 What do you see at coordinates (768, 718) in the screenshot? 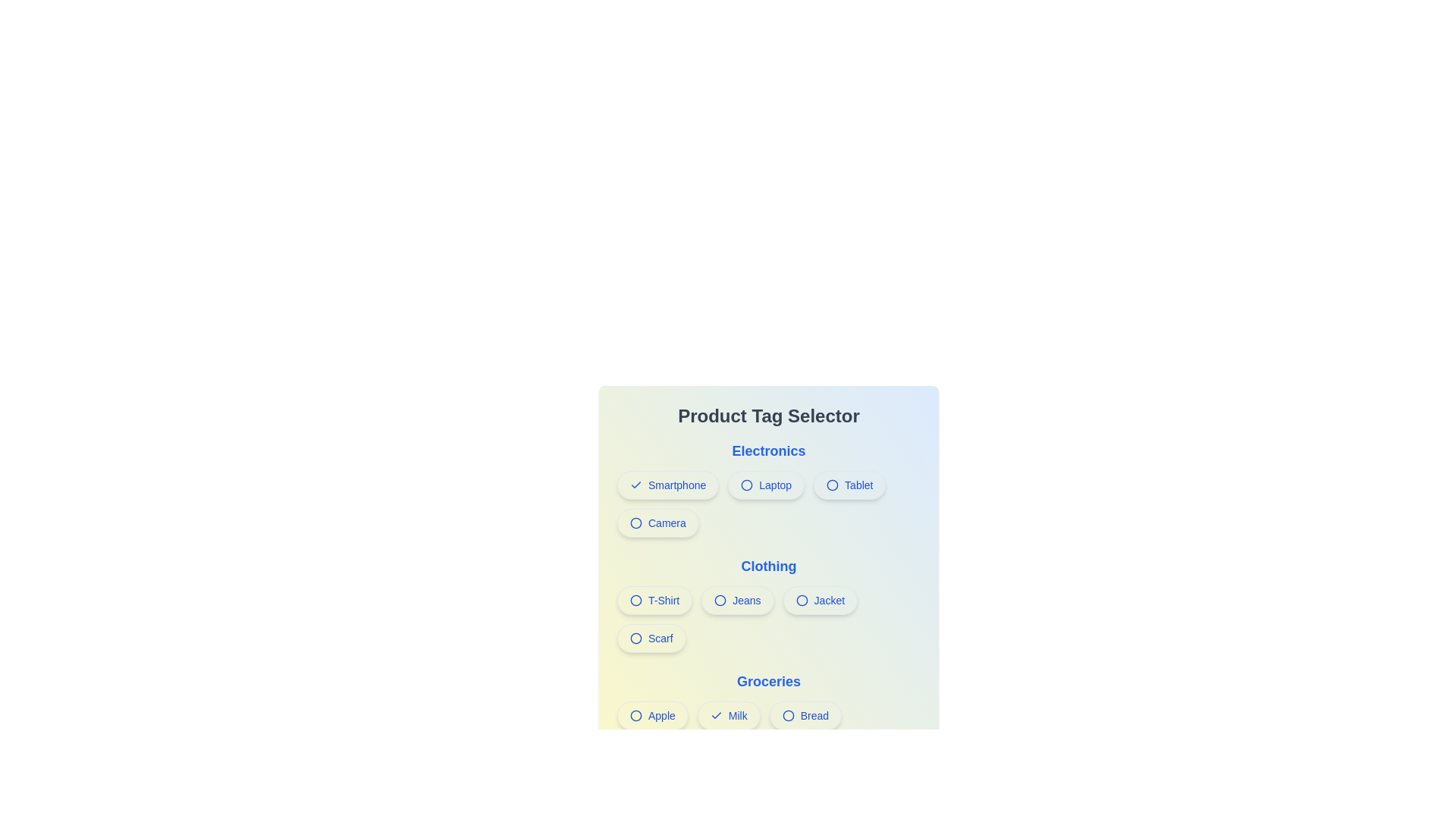
I see `the circular button labeled 'Bread'` at bounding box center [768, 718].